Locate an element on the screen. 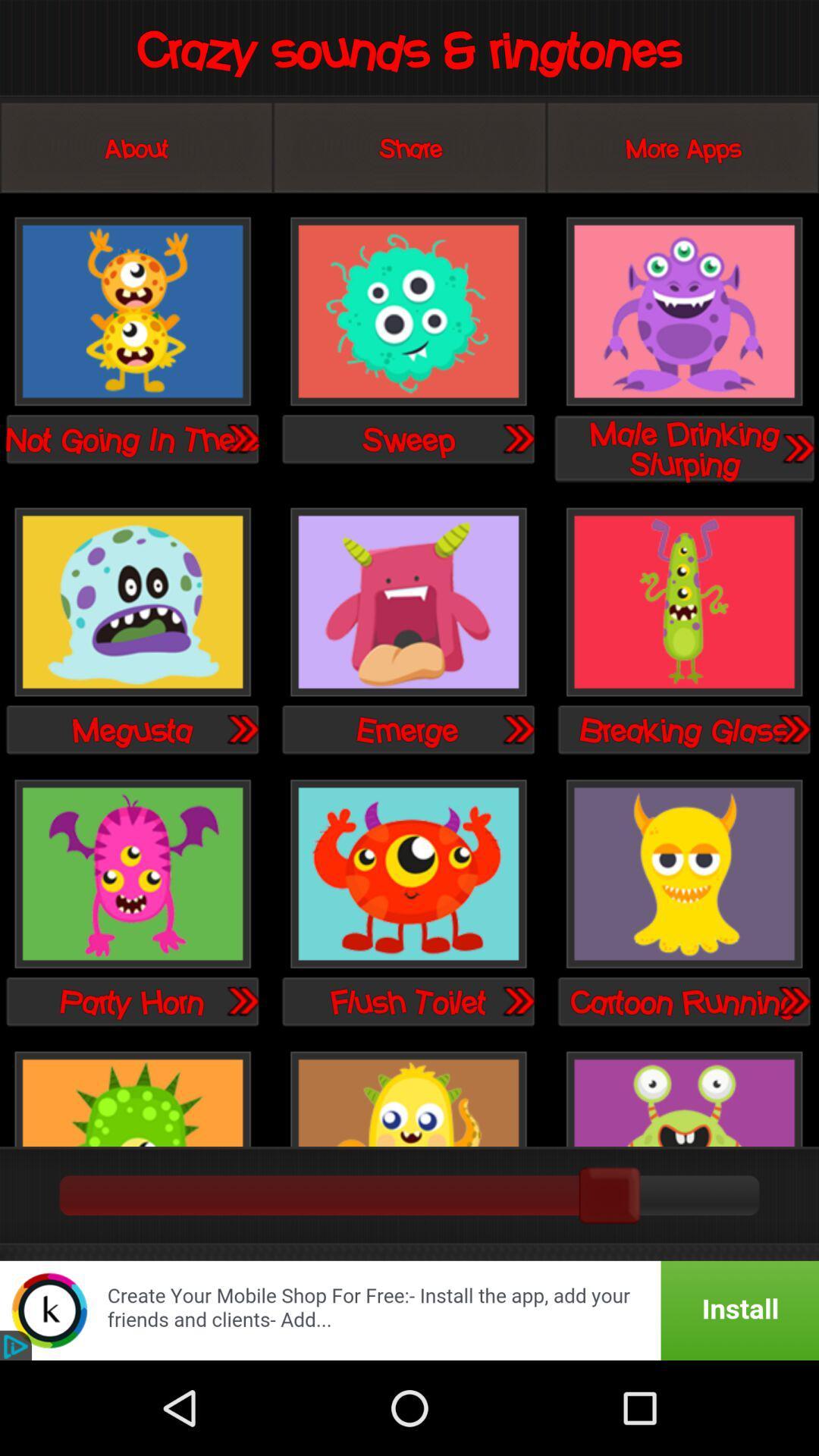  open breaking glass is located at coordinates (792, 729).